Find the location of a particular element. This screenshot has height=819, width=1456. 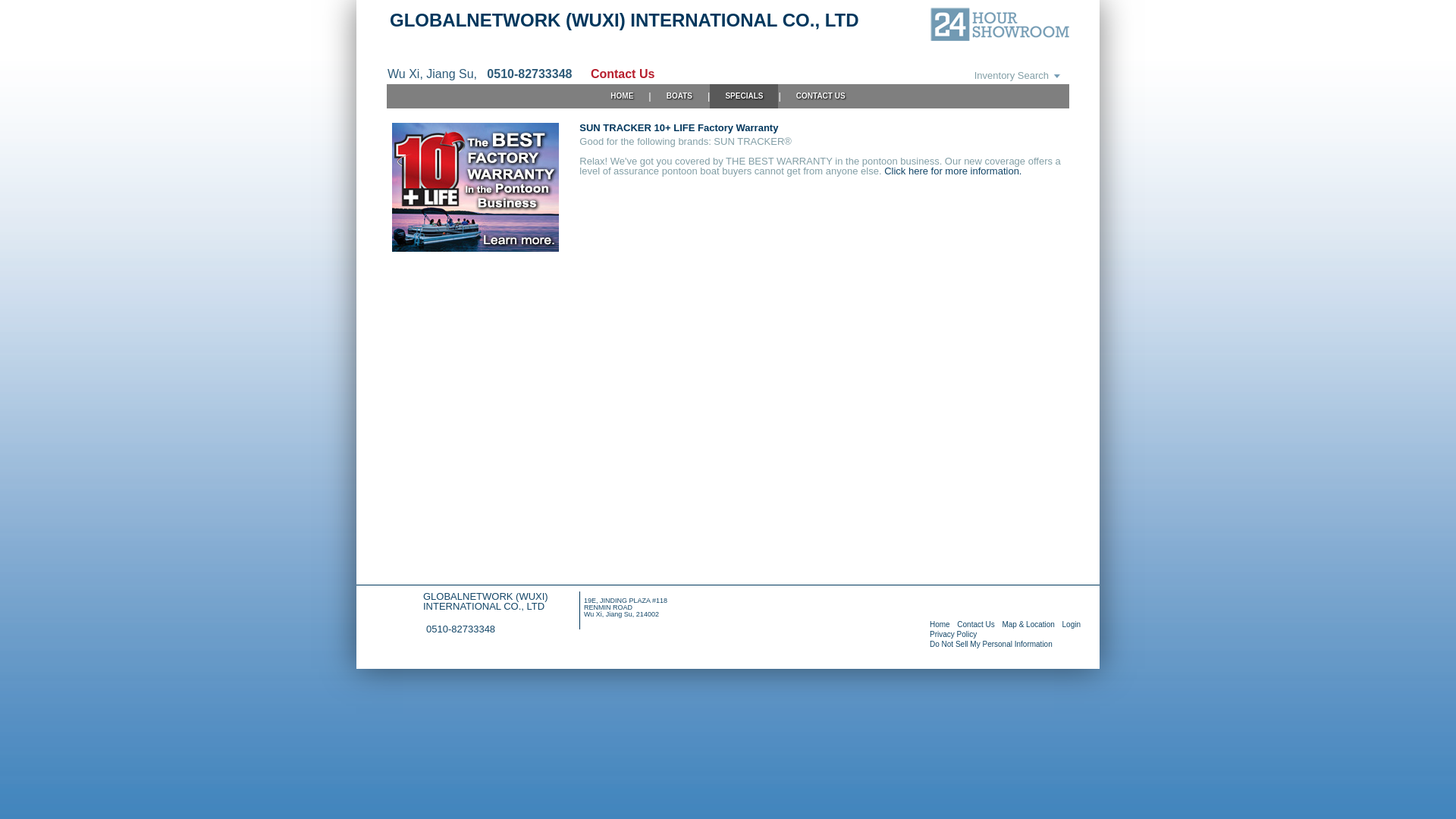

'SPECIALS' is located at coordinates (743, 96).